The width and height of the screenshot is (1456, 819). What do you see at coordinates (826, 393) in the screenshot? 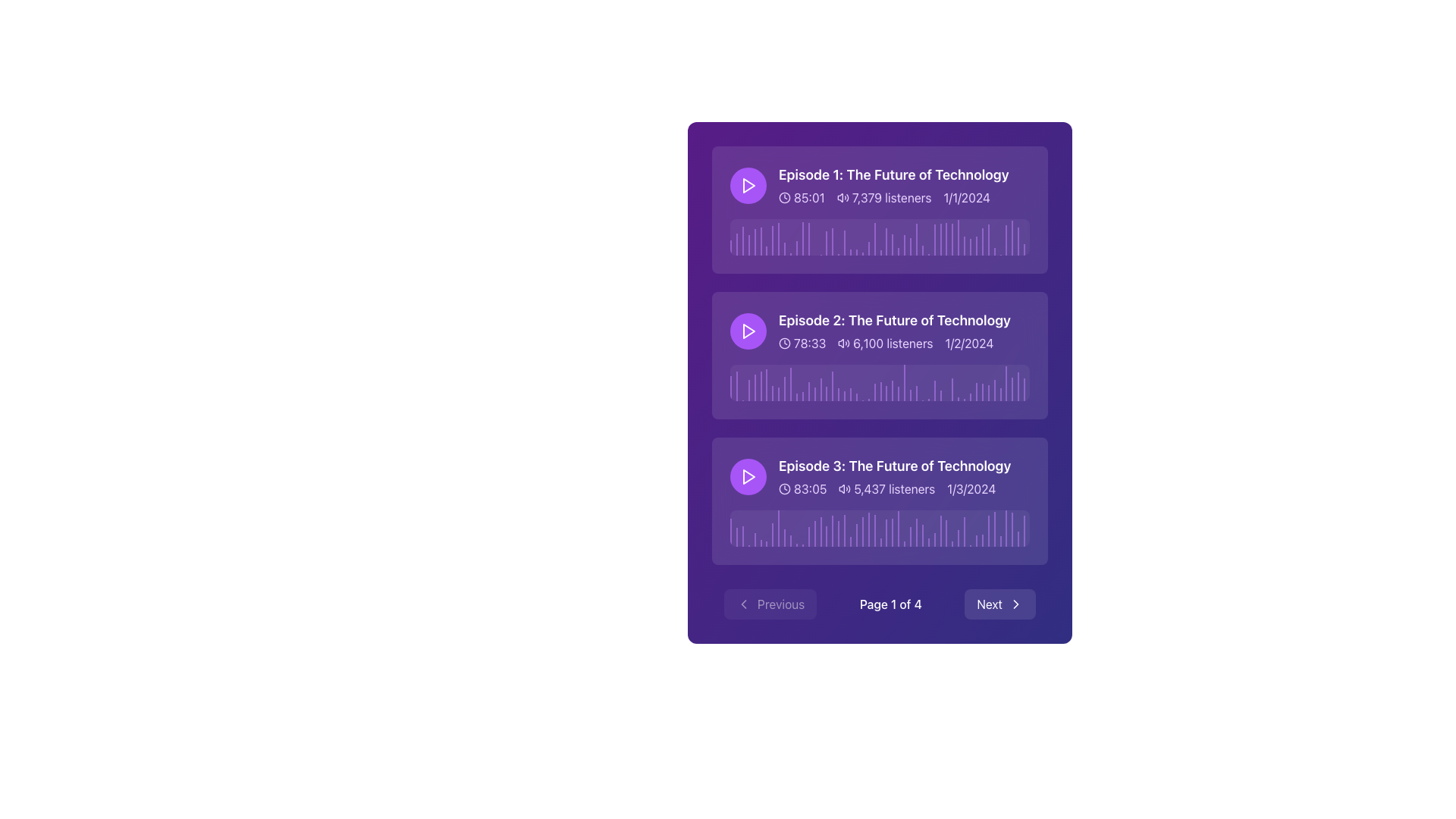
I see `the 17th decorative indicator within the 'Episode 2' waveform visualization, which visually represents a specific point in the audio playback progress` at bounding box center [826, 393].